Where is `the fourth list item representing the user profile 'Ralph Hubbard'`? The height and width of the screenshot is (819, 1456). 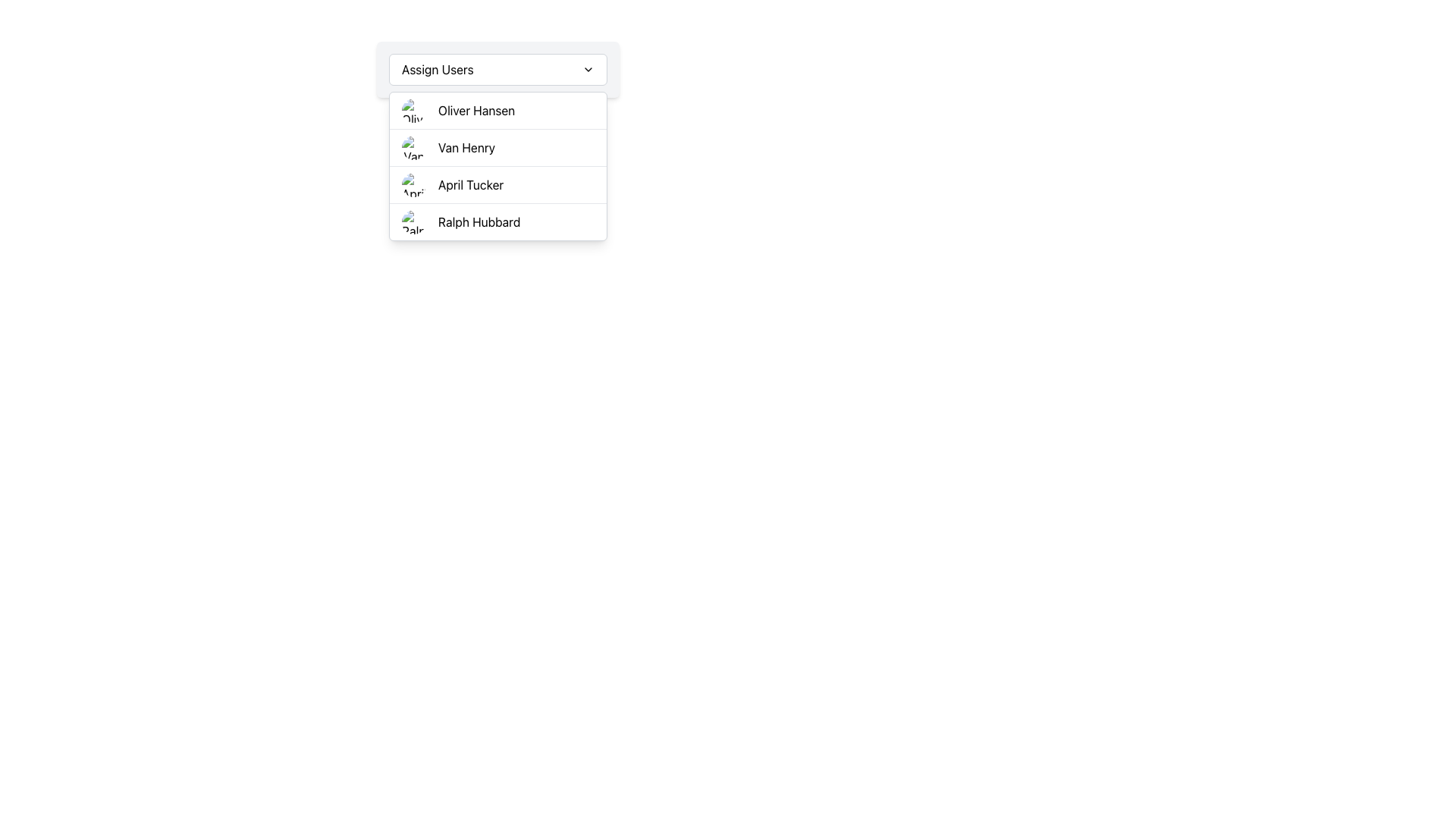
the fourth list item representing the user profile 'Ralph Hubbard' is located at coordinates (498, 221).